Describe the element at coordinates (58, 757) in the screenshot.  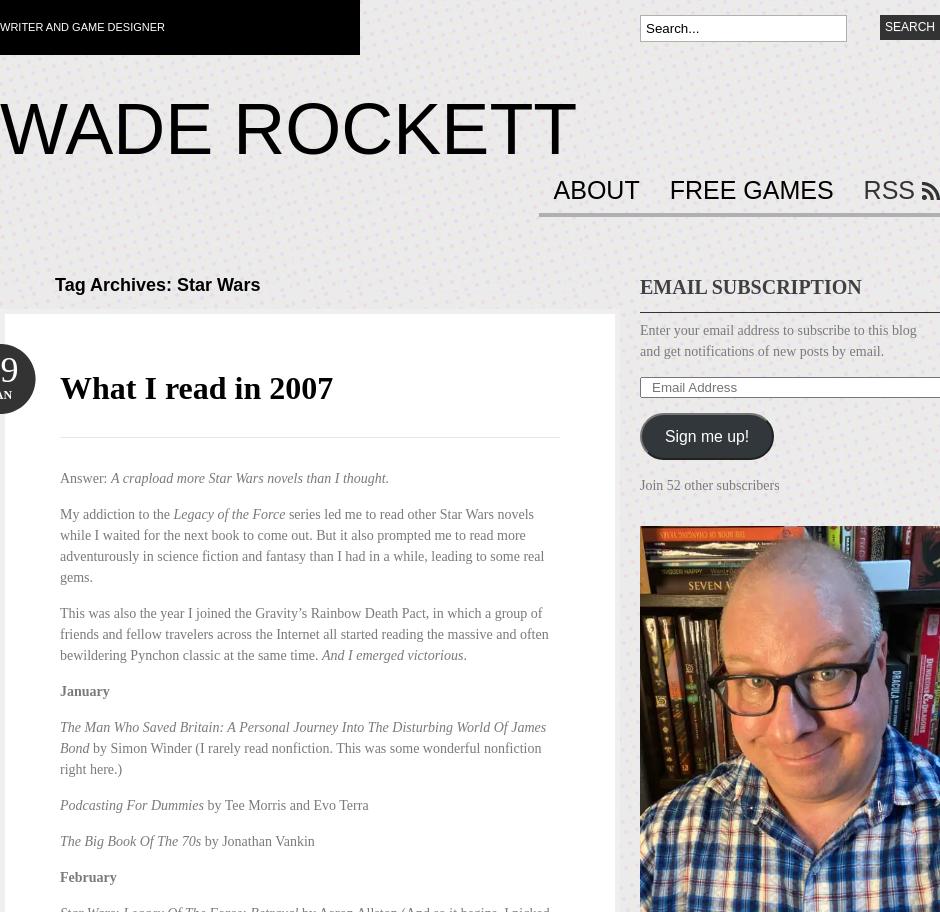
I see `'by Simon Winder (I rarely read nonfiction. This was some wonderful nonfiction right here.)'` at that location.